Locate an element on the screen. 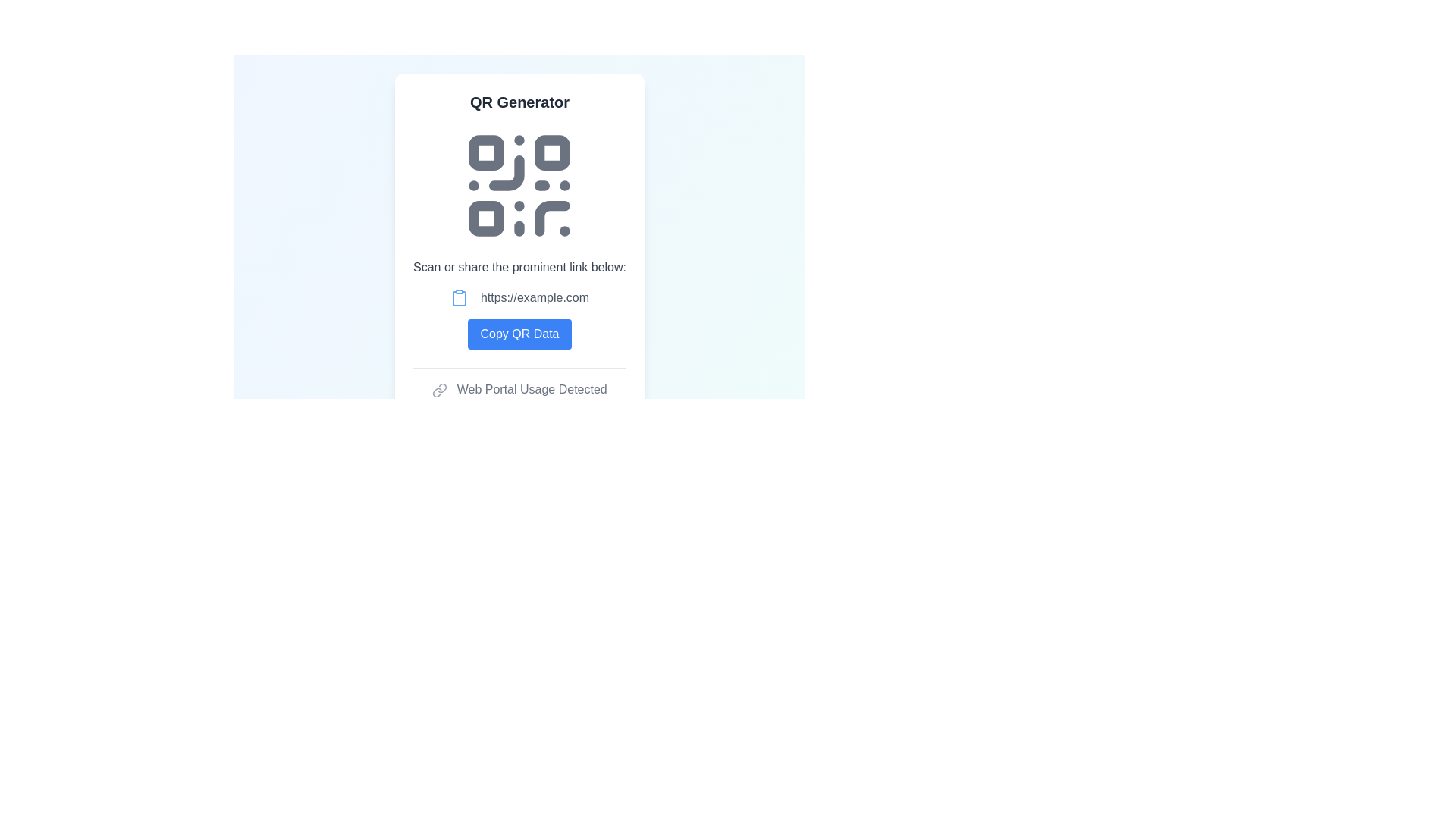  text content of the Text Display that shows the URL 'https://example.com', which is styled in gray and located in a row layout near the center of the interface is located at coordinates (535, 298).